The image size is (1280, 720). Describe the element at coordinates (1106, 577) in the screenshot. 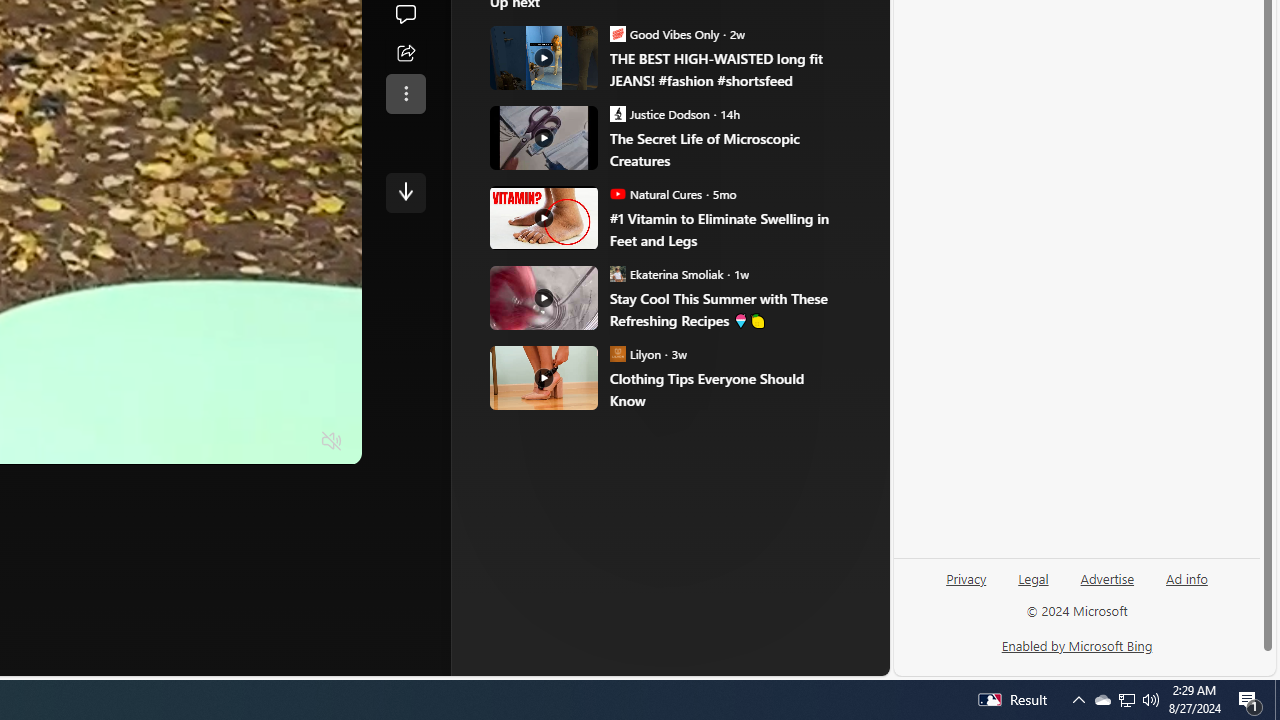

I see `'Advertise'` at that location.